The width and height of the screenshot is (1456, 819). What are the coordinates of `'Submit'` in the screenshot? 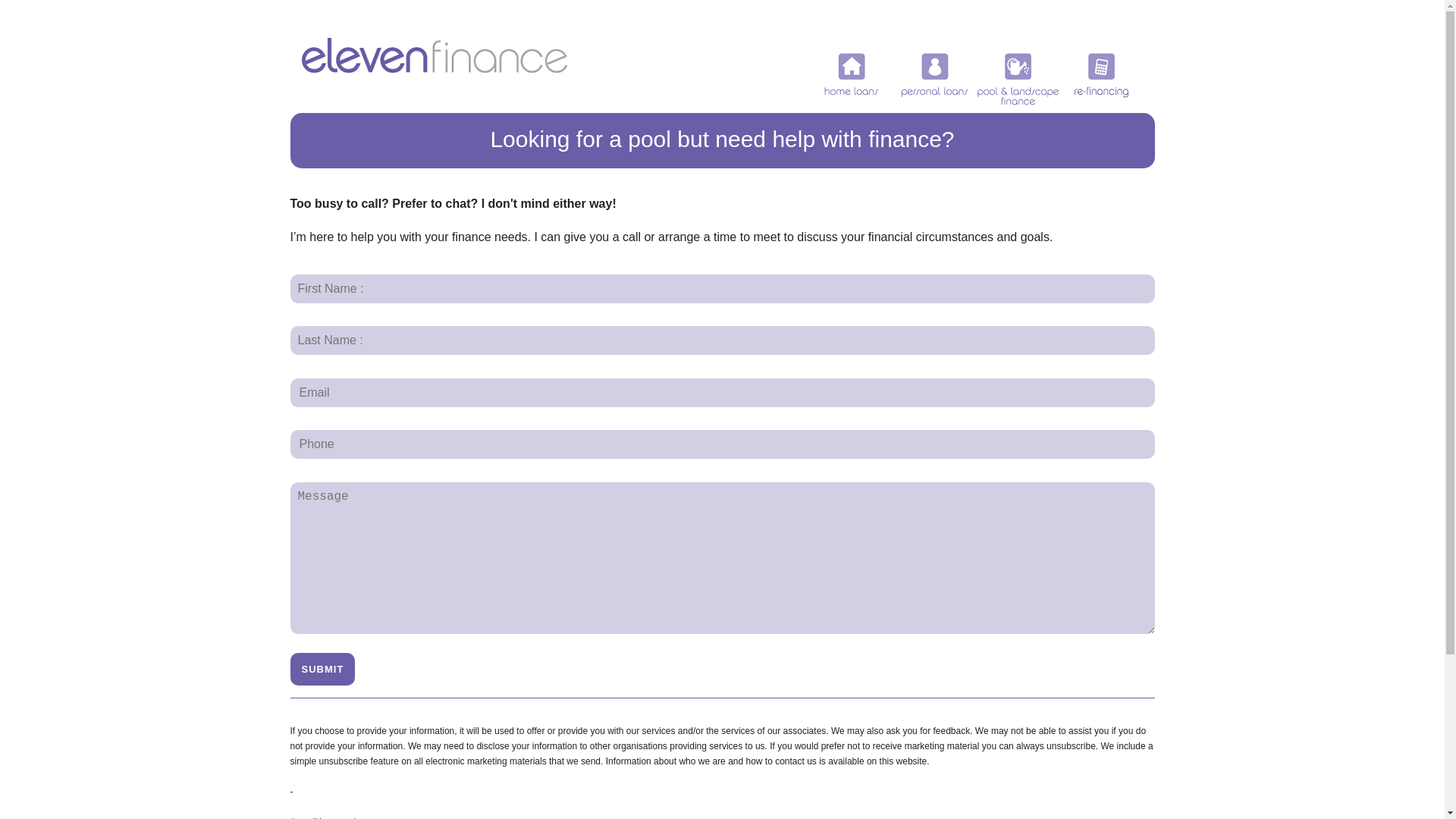 It's located at (322, 668).